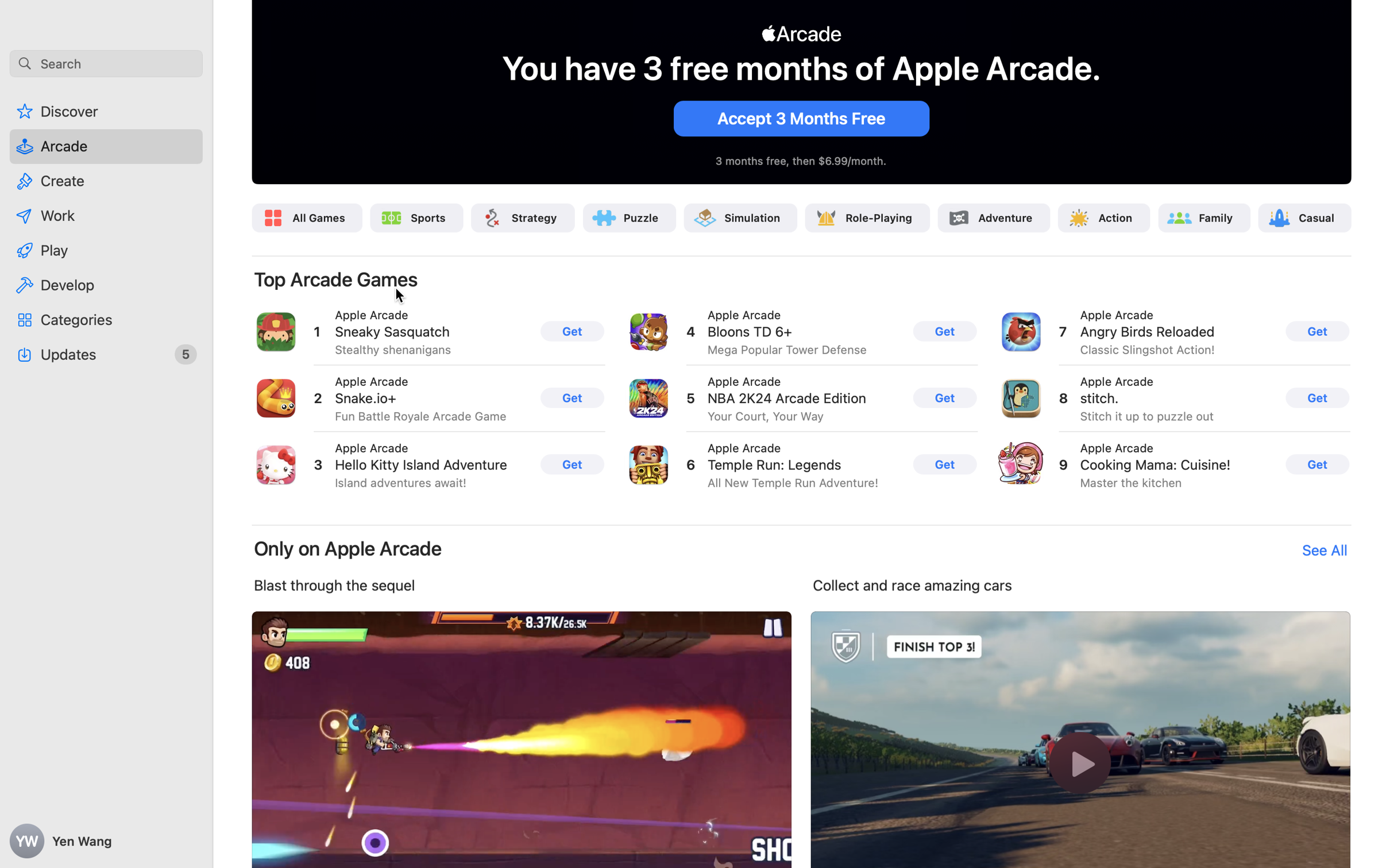 The height and width of the screenshot is (868, 1390). Describe the element at coordinates (1005, 217) in the screenshot. I see `'Adventure'` at that location.